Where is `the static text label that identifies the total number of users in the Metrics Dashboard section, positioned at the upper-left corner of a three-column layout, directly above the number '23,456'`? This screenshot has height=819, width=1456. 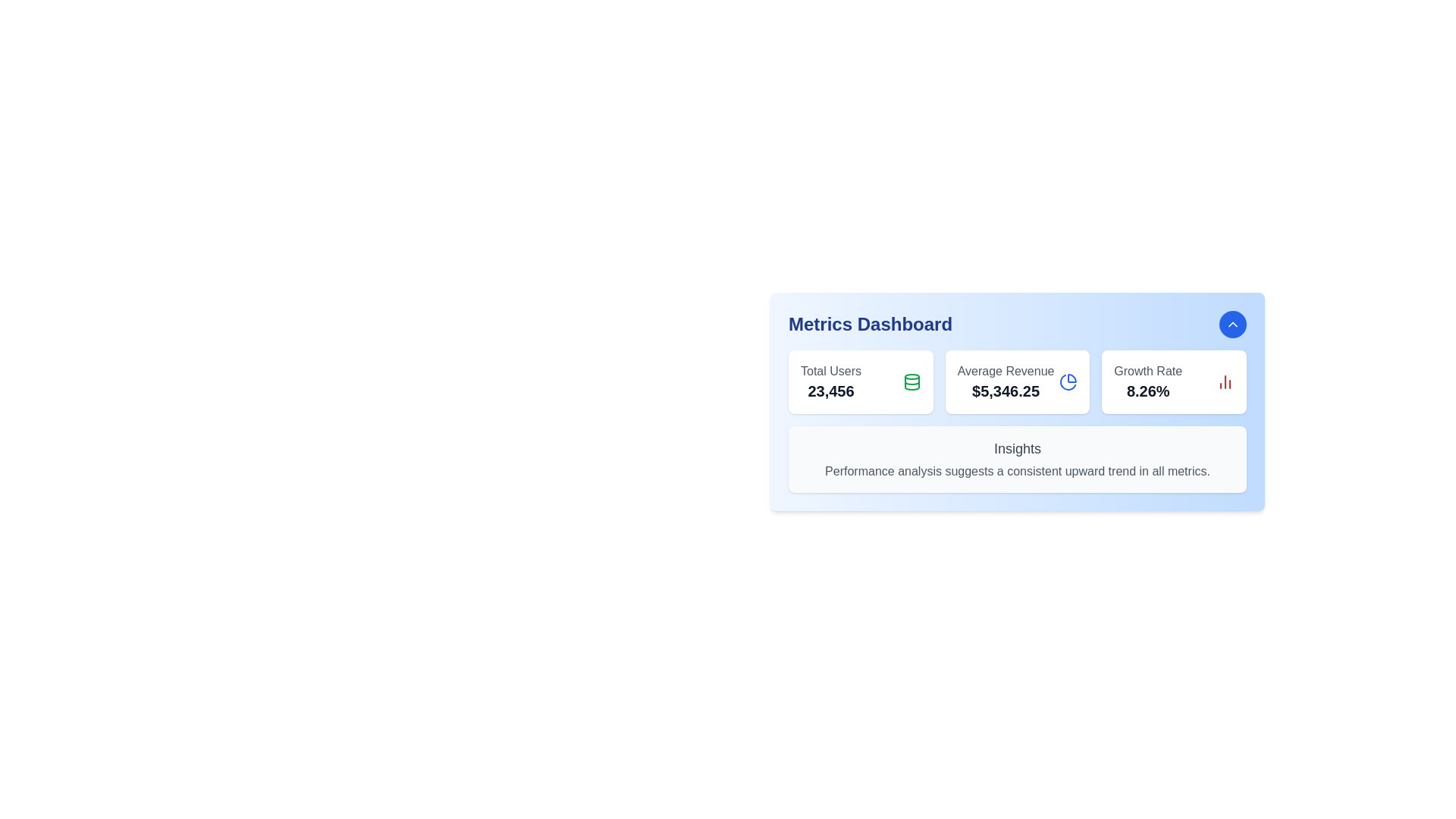 the static text label that identifies the total number of users in the Metrics Dashboard section, positioned at the upper-left corner of a three-column layout, directly above the number '23,456' is located at coordinates (830, 371).